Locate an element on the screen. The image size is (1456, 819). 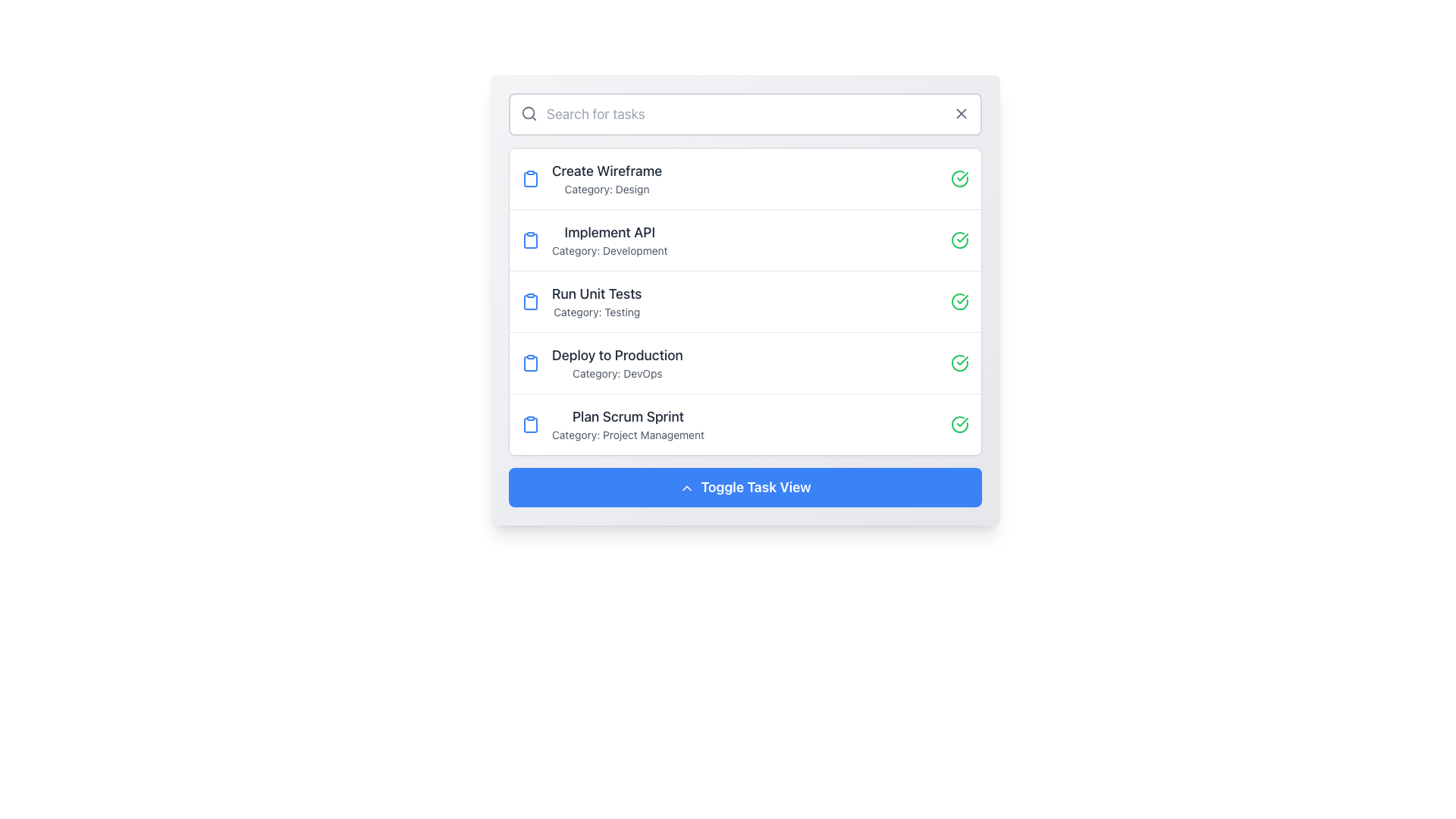
the list item component that displays 'Plan Scrum Sprint' and includes a clipboard icon is located at coordinates (613, 424).